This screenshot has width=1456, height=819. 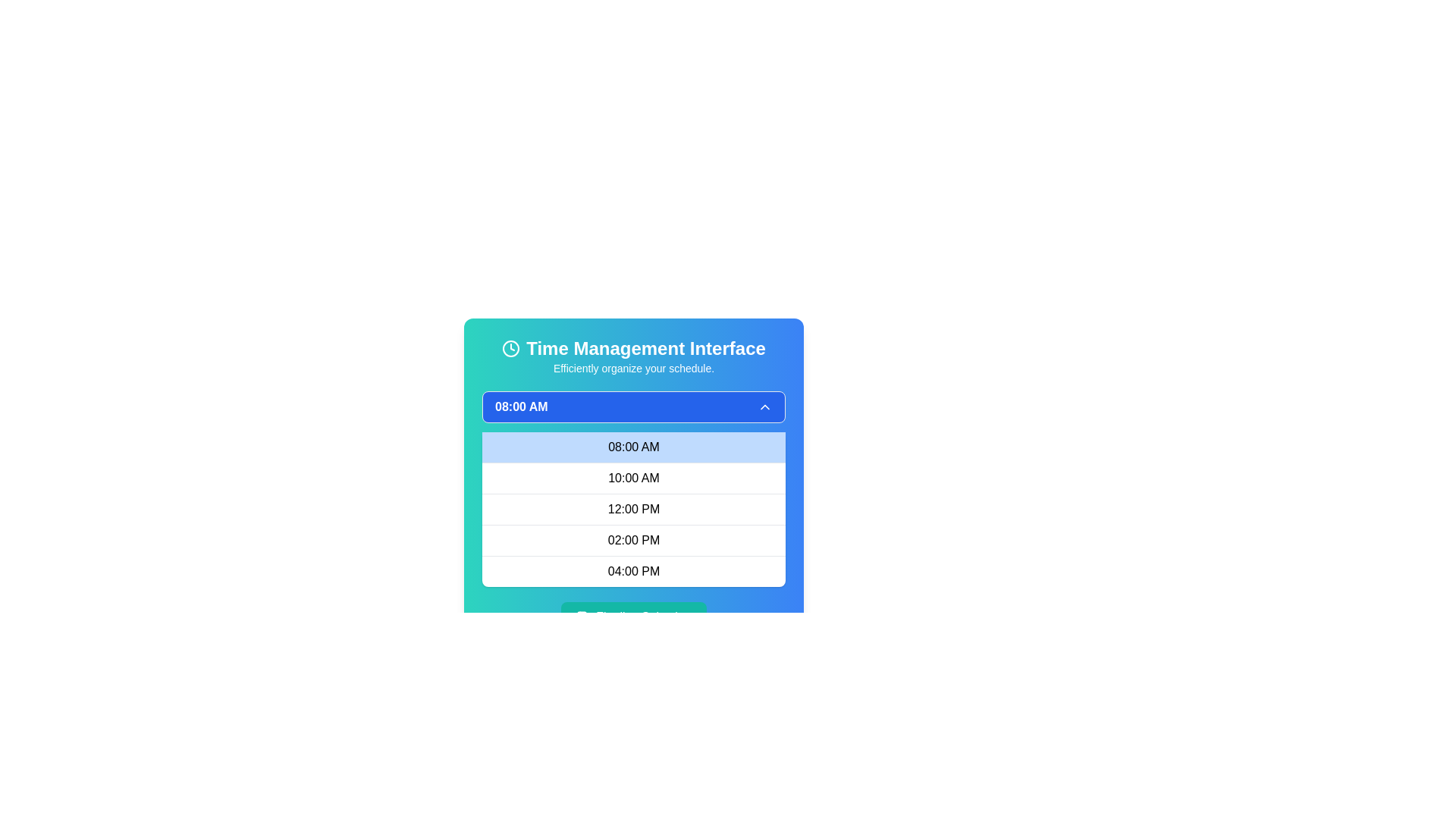 What do you see at coordinates (633, 369) in the screenshot?
I see `informational text label located below the 'Time Management Interface' text and above the '08:00 AM' dropdown box, centered in the header area` at bounding box center [633, 369].